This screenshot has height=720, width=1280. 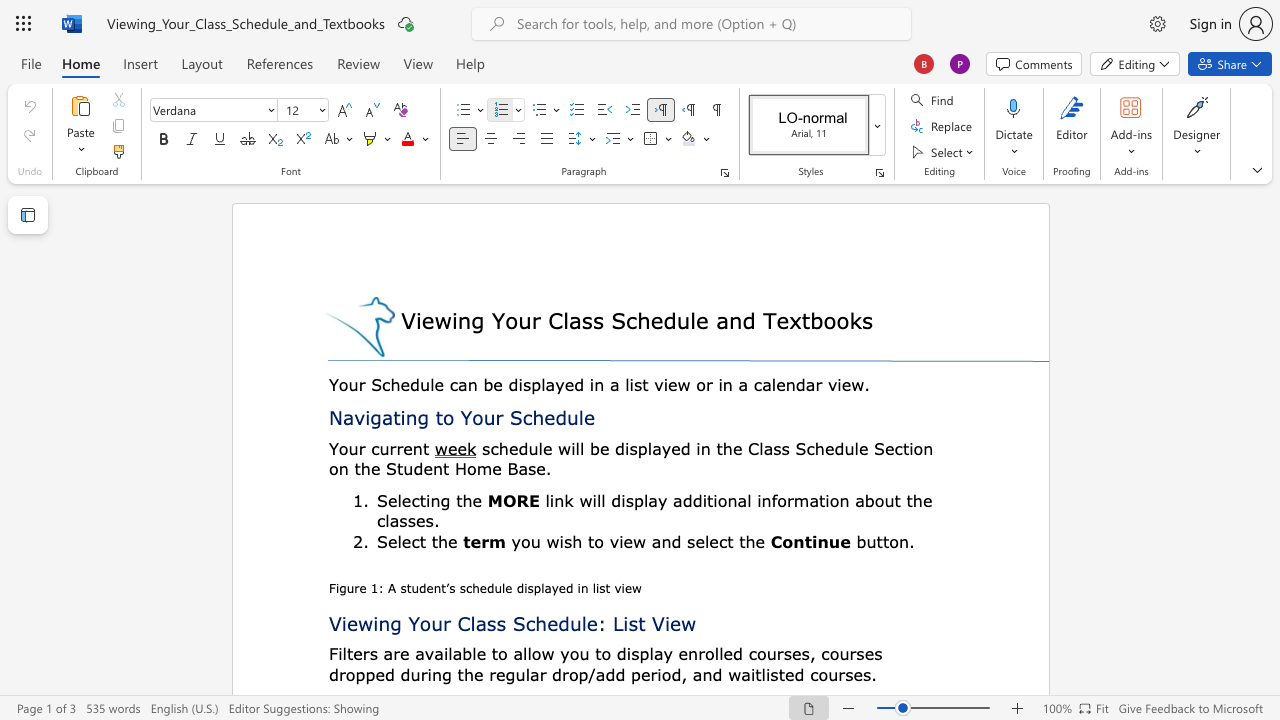 I want to click on the 1th character "h" in the text, so click(x=442, y=541).